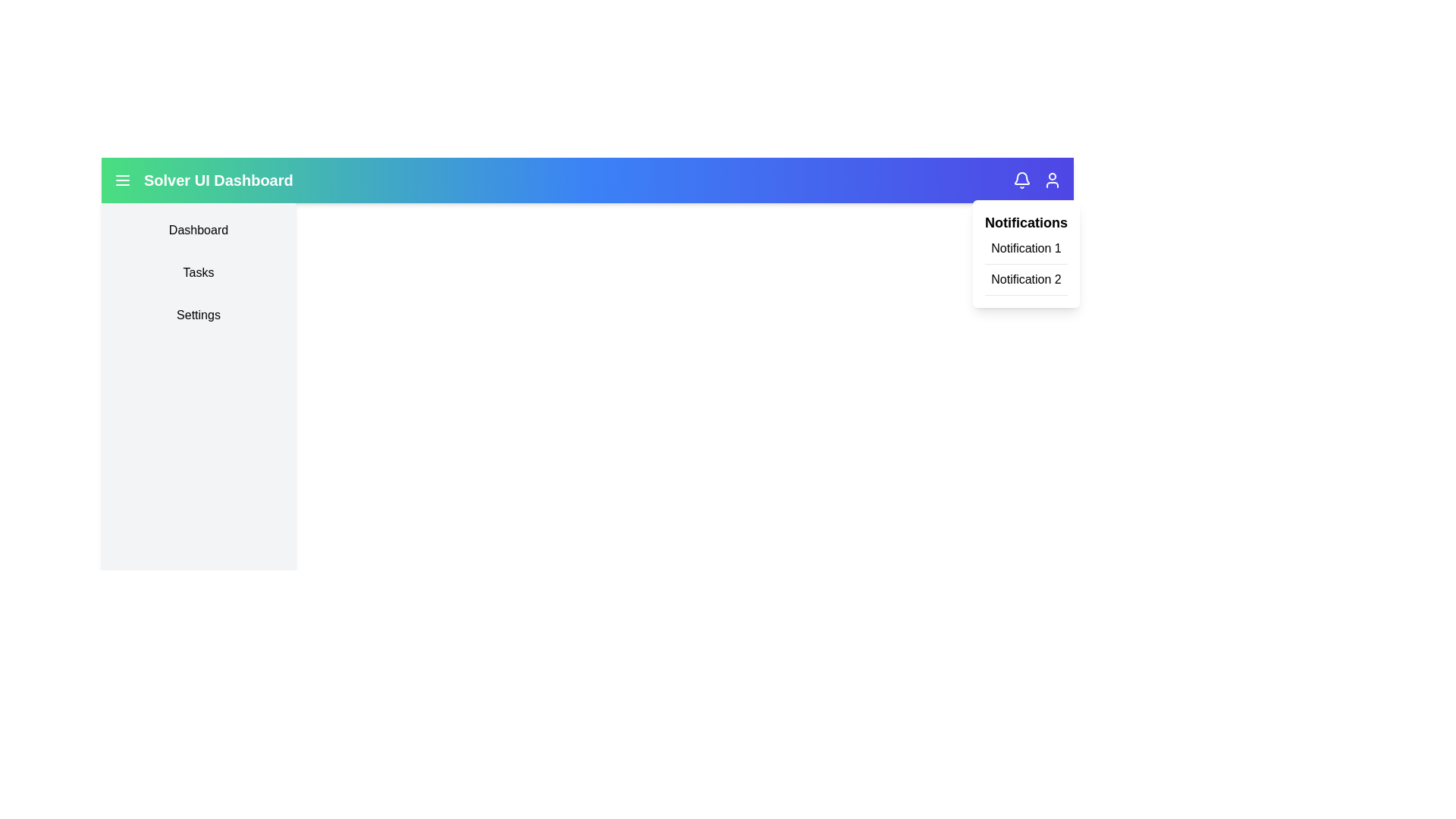  I want to click on the menu toggle button located to the left of the 'Solver UI Dashboard' text, so click(123, 180).